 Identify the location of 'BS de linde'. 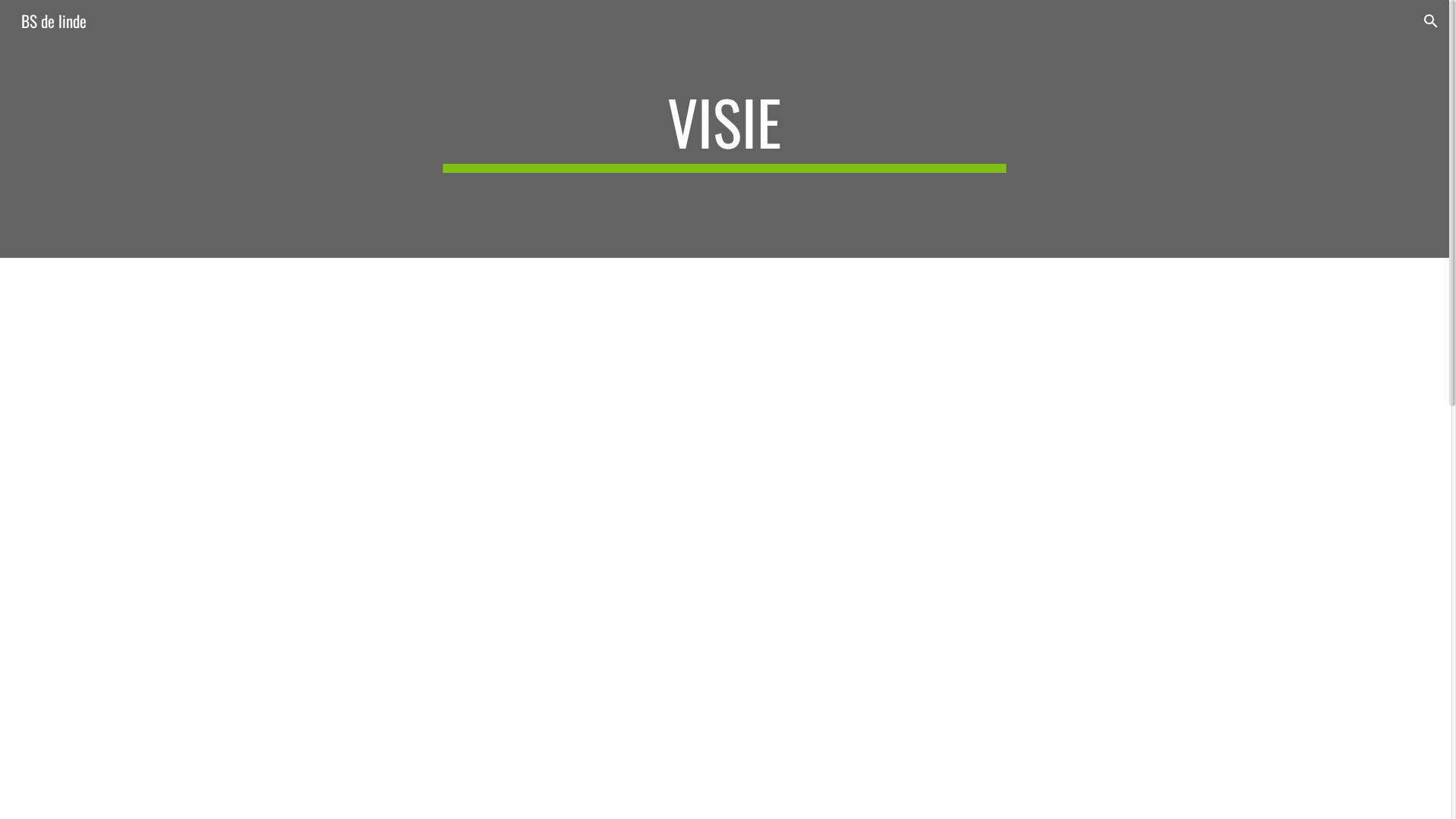
(11, 18).